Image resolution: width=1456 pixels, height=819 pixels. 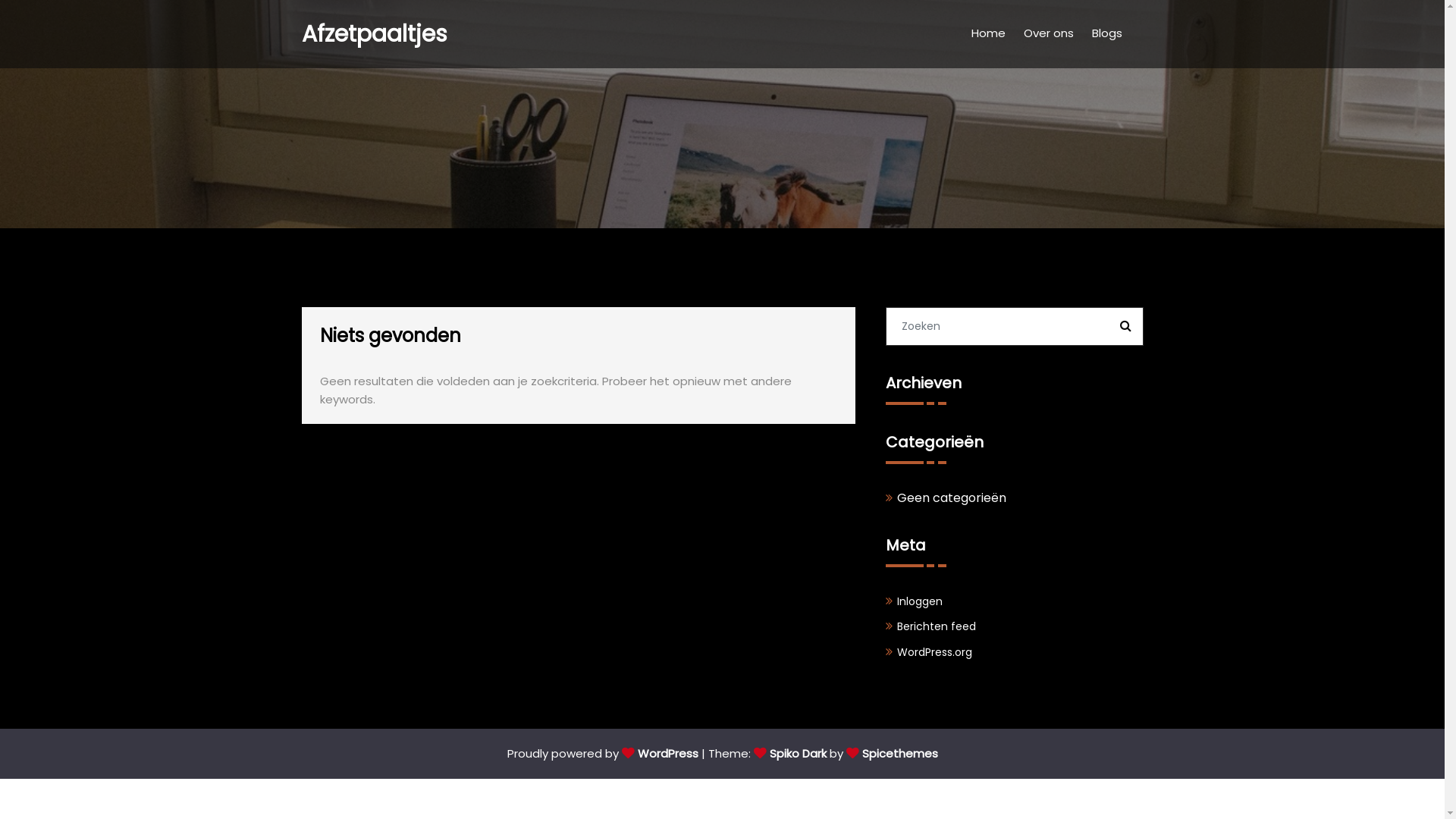 What do you see at coordinates (892, 753) in the screenshot?
I see `'Spicethemes'` at bounding box center [892, 753].